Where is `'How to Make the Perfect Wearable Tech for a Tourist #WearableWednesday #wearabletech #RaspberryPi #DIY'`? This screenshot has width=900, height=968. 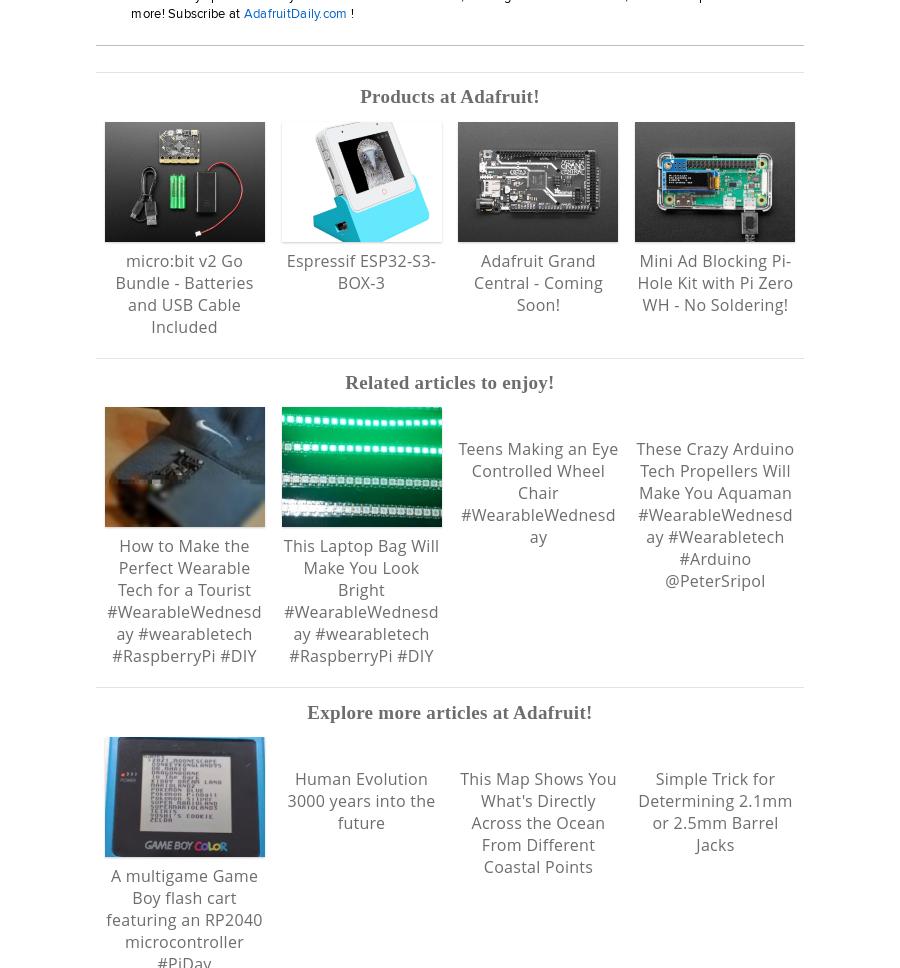 'How to Make the Perfect Wearable Tech for a Tourist #WearableWednesday #wearabletech #RaspberryPi #DIY' is located at coordinates (183, 601).